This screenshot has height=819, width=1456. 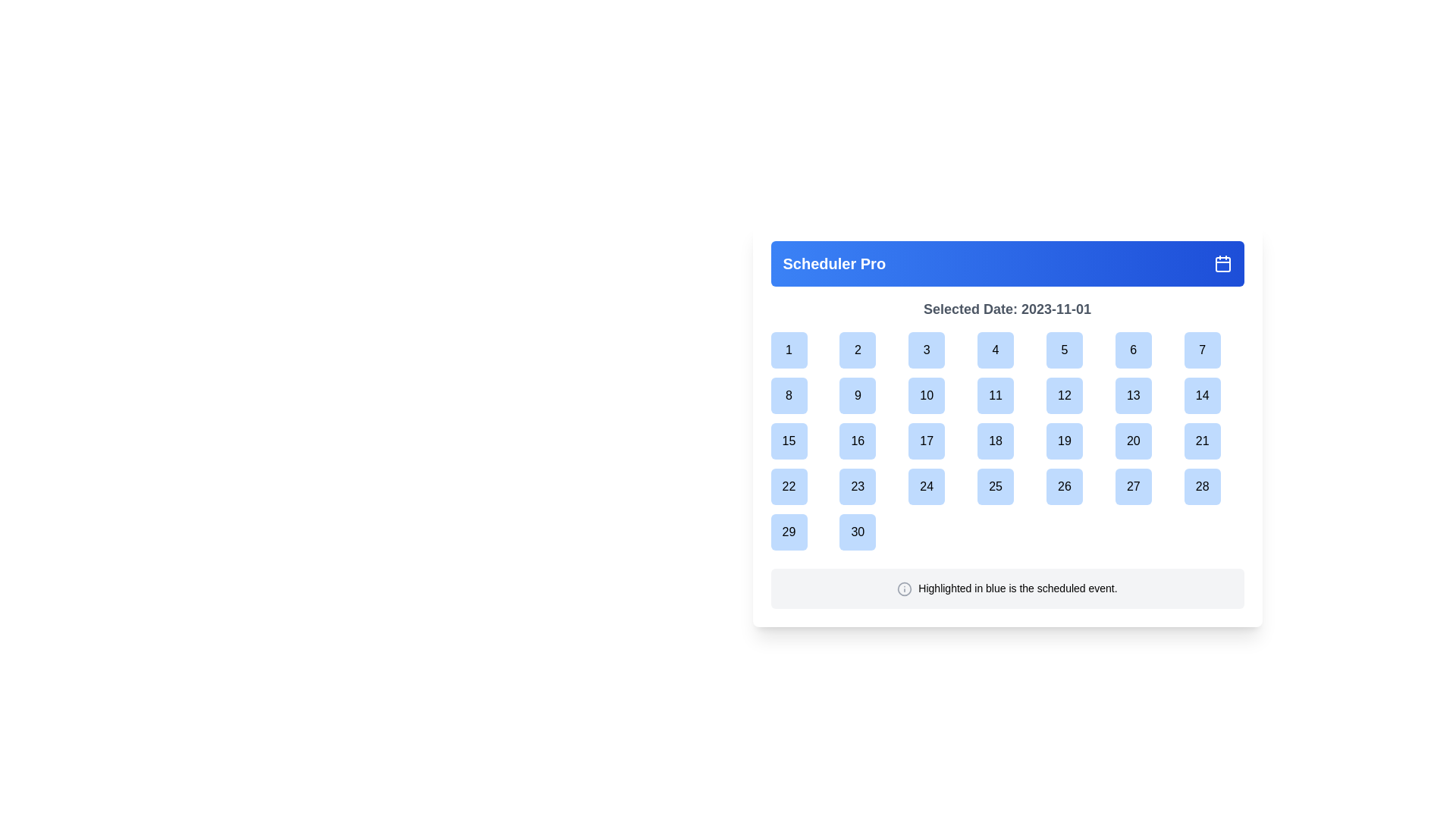 What do you see at coordinates (1063, 486) in the screenshot?
I see `the date selector button representing the 26th day in the calendar` at bounding box center [1063, 486].